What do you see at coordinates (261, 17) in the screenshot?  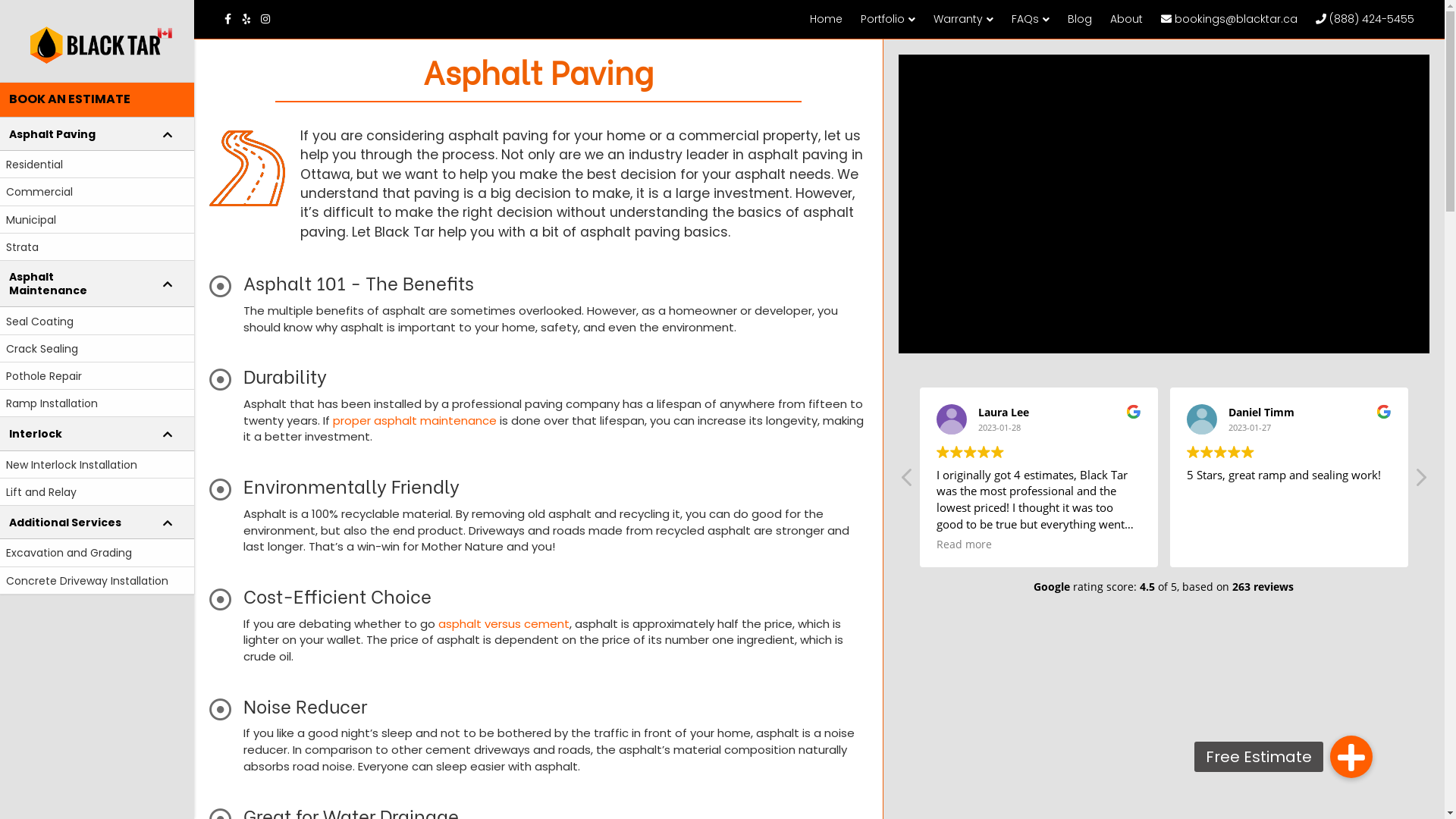 I see `'Instagram'` at bounding box center [261, 17].